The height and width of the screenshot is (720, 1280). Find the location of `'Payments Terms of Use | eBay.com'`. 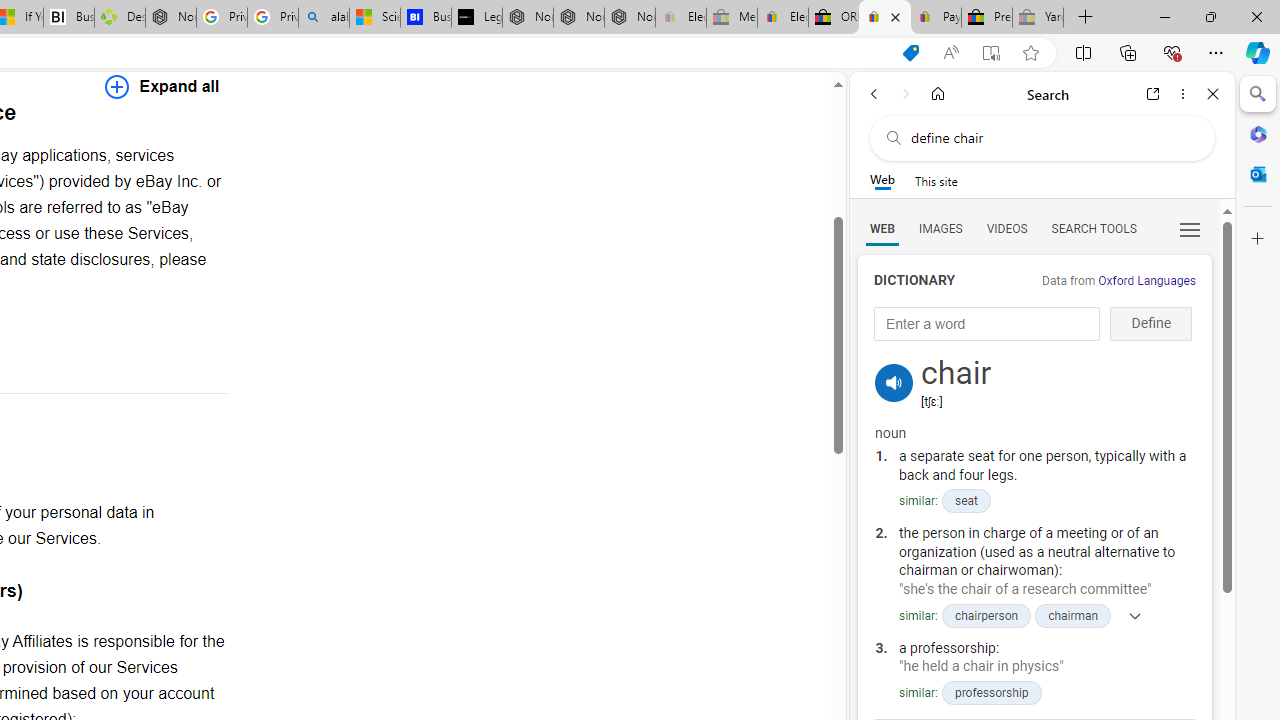

'Payments Terms of Use | eBay.com' is located at coordinates (935, 17).